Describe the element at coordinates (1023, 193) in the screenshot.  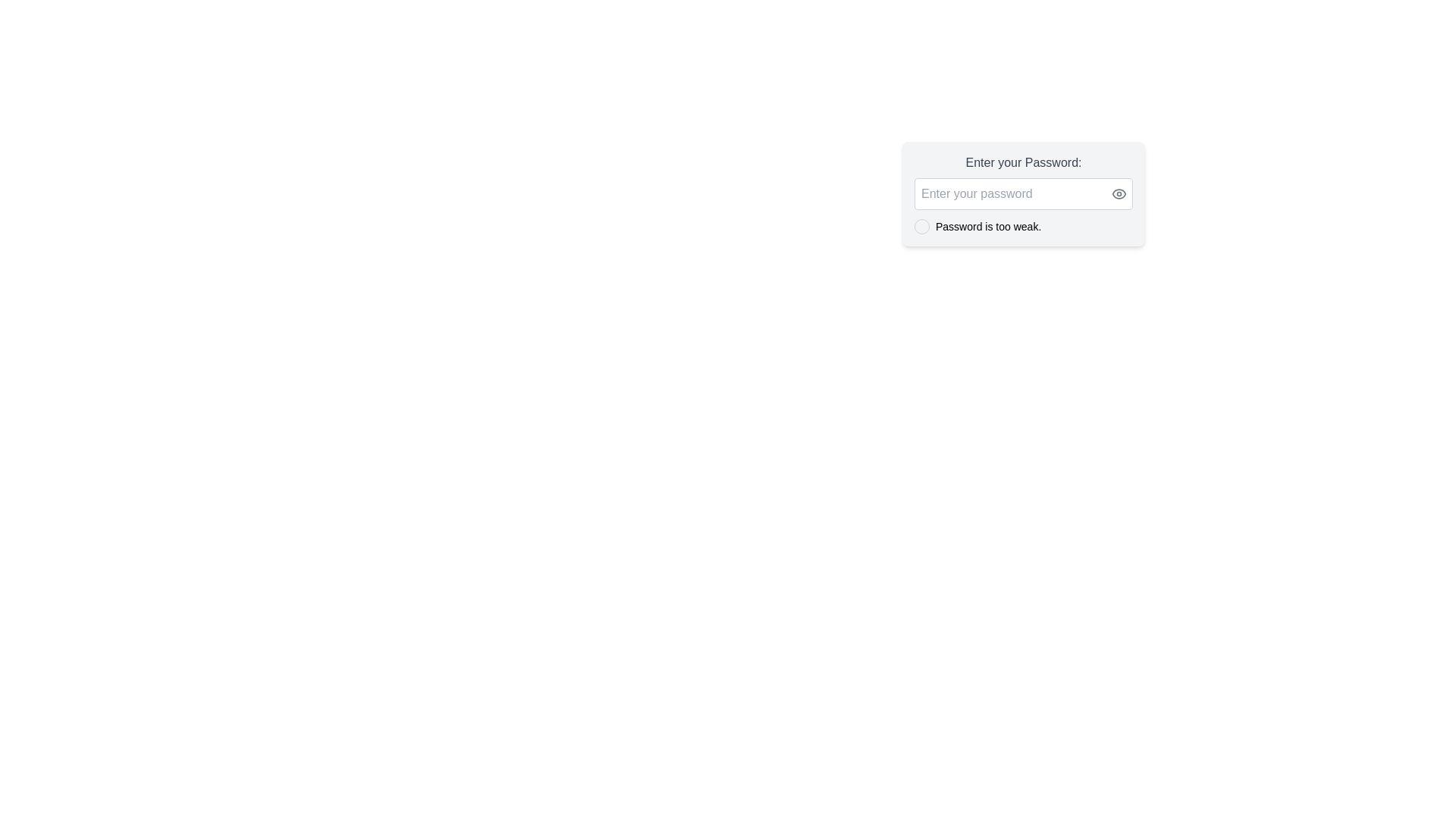
I see `the password input field styled with rounded borders that has a placeholder text 'Enter your password' to focus on it` at that location.